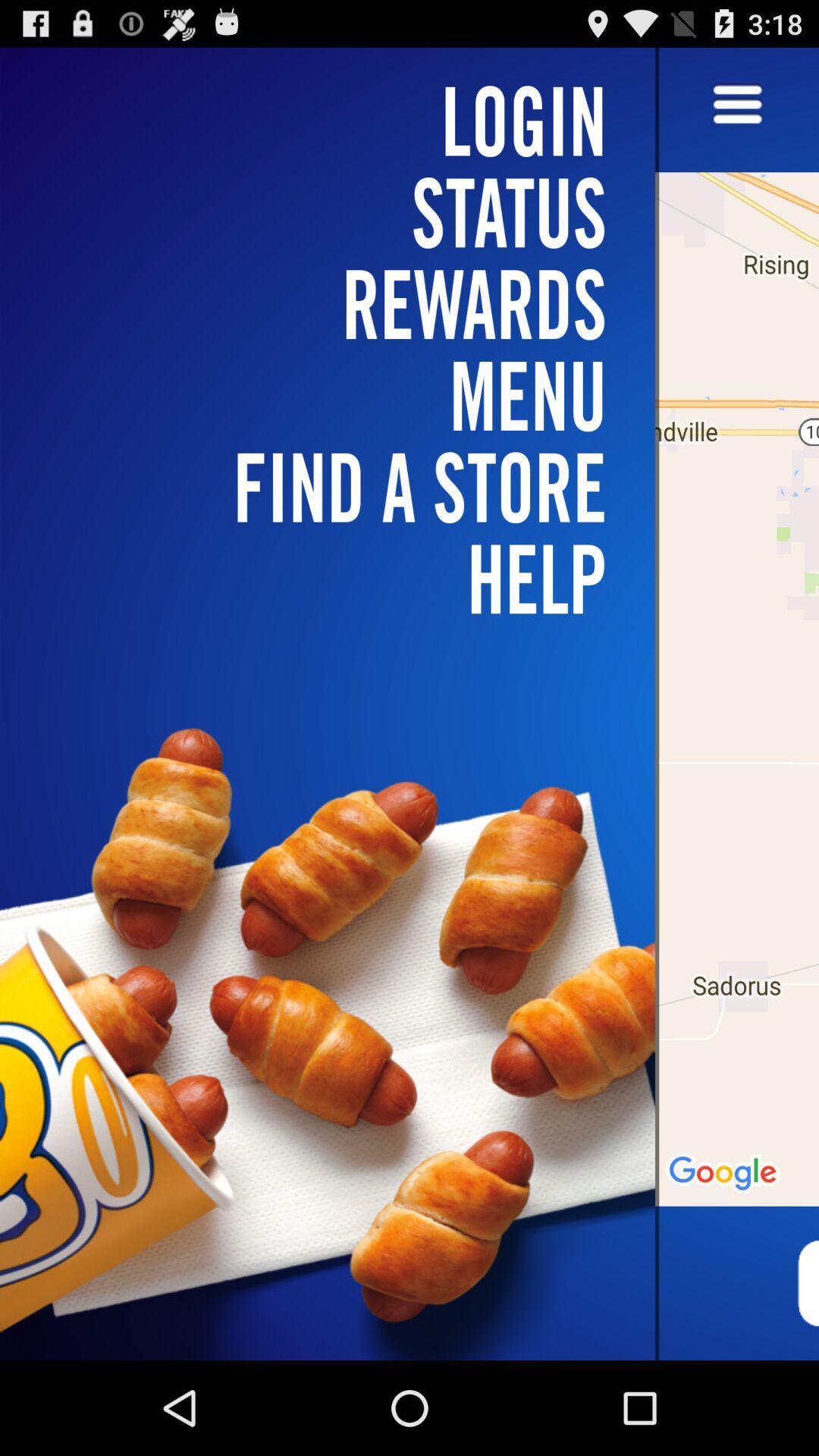 This screenshot has width=819, height=1456. What do you see at coordinates (336, 212) in the screenshot?
I see `the status icon` at bounding box center [336, 212].